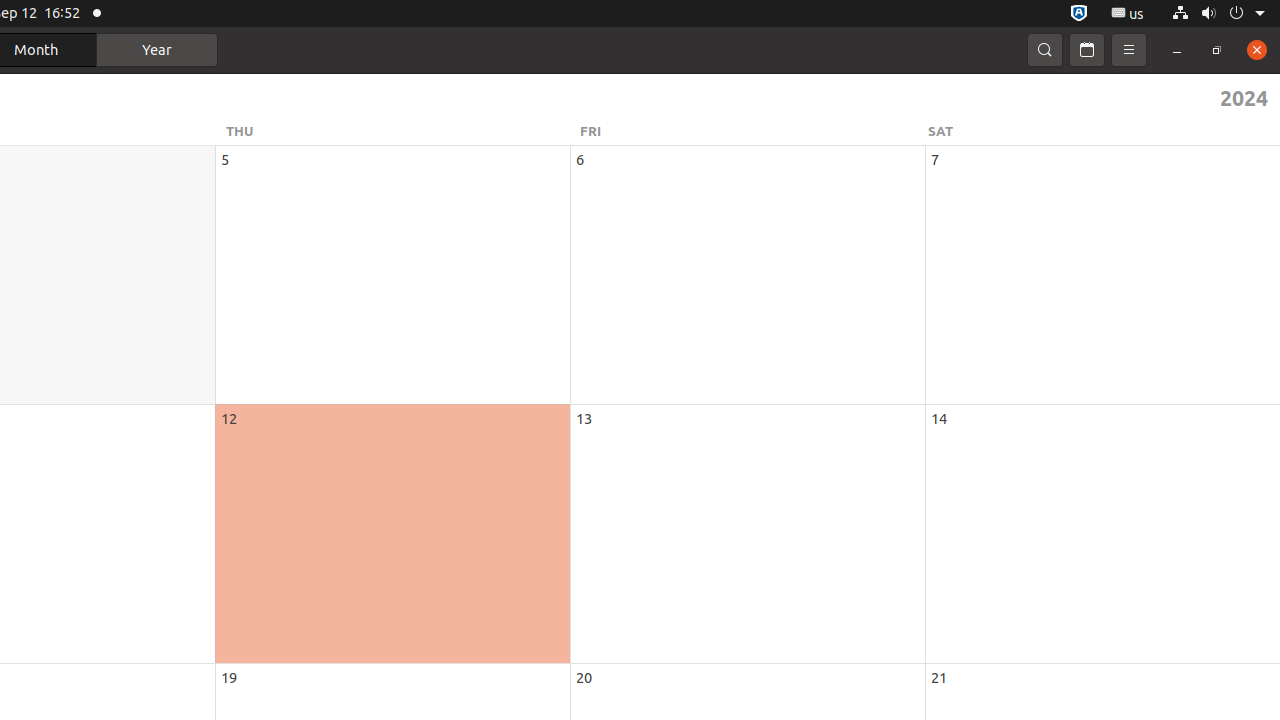  Describe the element at coordinates (1176, 48) in the screenshot. I see `'Minimize'` at that location.